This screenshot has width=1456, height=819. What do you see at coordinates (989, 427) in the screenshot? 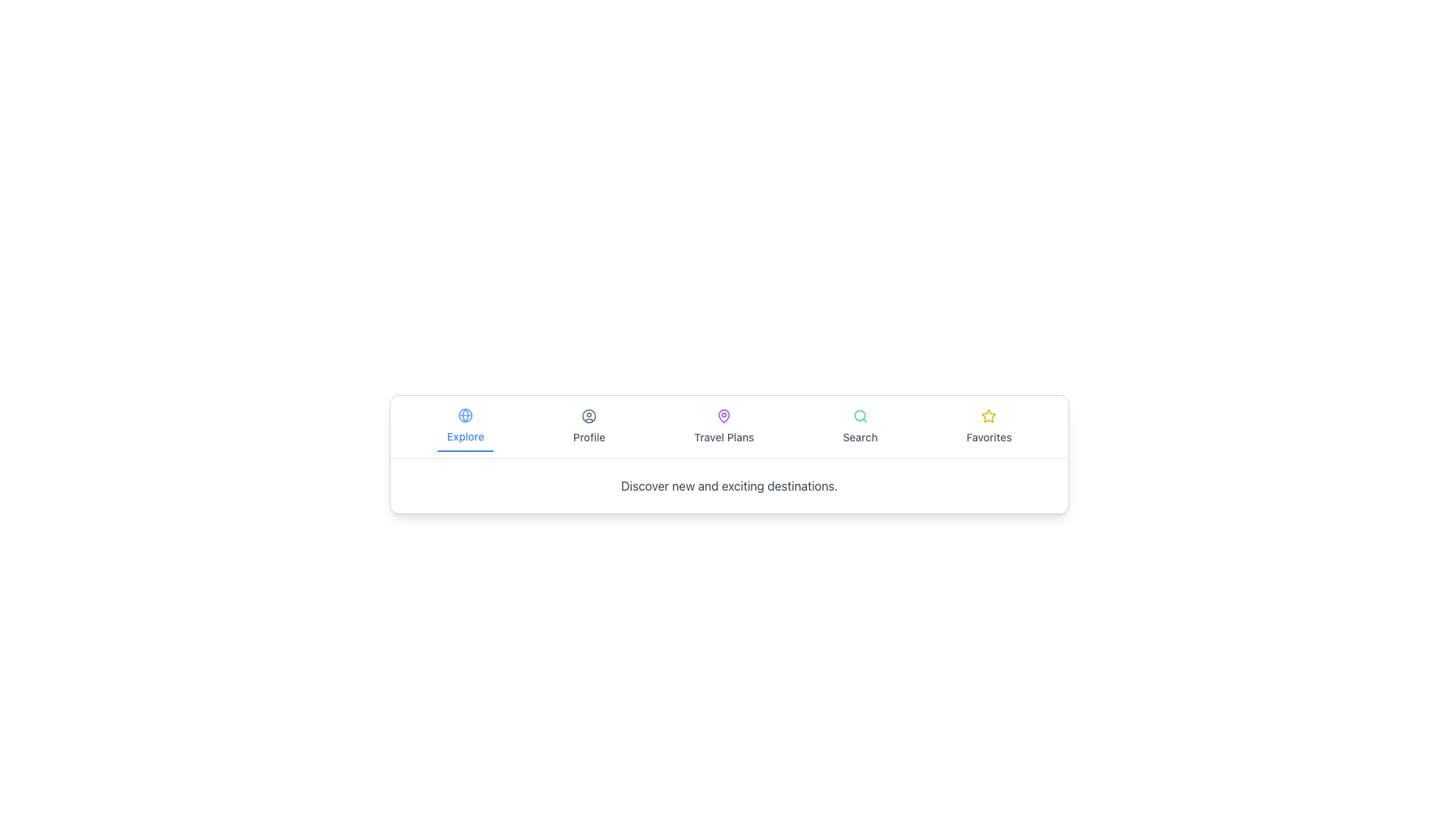
I see `the last menu item in the horizontal navigation menu at the bottom of the interface` at bounding box center [989, 427].